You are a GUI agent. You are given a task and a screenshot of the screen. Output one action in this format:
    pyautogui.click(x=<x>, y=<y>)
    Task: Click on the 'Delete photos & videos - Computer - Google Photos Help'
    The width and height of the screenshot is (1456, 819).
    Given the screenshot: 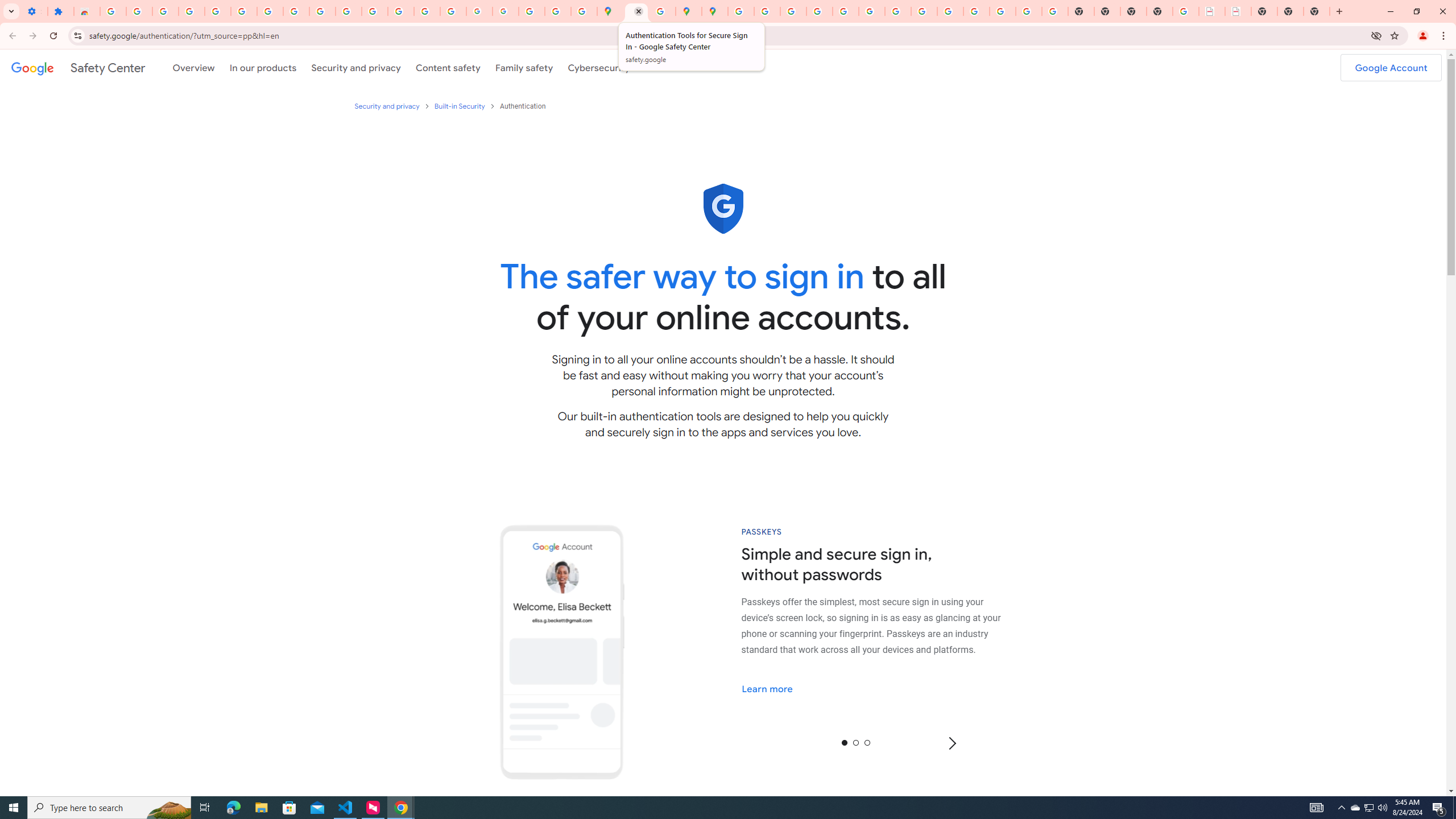 What is the action you would take?
    pyautogui.click(x=164, y=11)
    